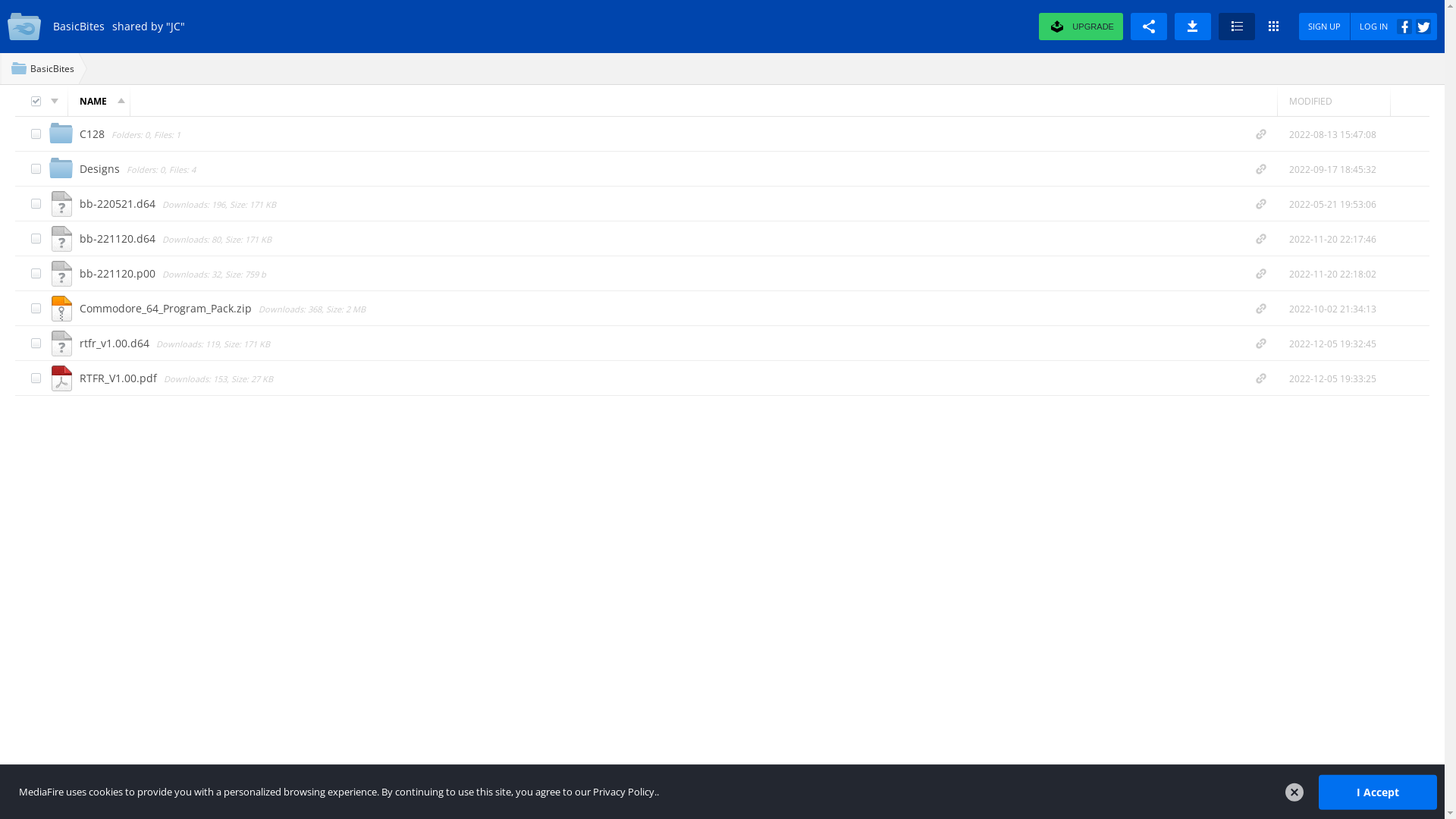 The image size is (1456, 819). What do you see at coordinates (1332, 100) in the screenshot?
I see `'MODIFIED'` at bounding box center [1332, 100].